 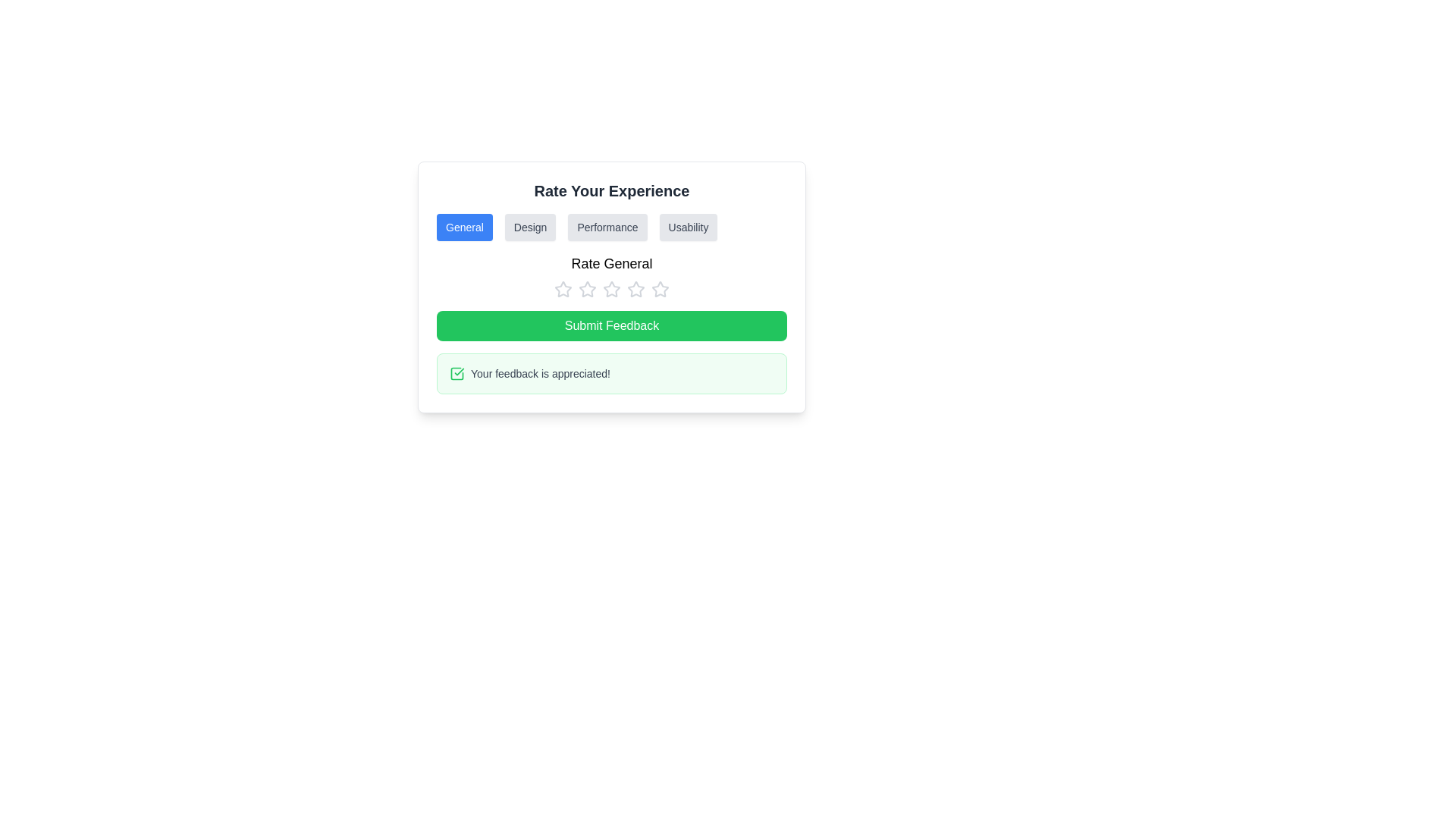 What do you see at coordinates (563, 289) in the screenshot?
I see `on the first star icon in the interactive star rating system` at bounding box center [563, 289].